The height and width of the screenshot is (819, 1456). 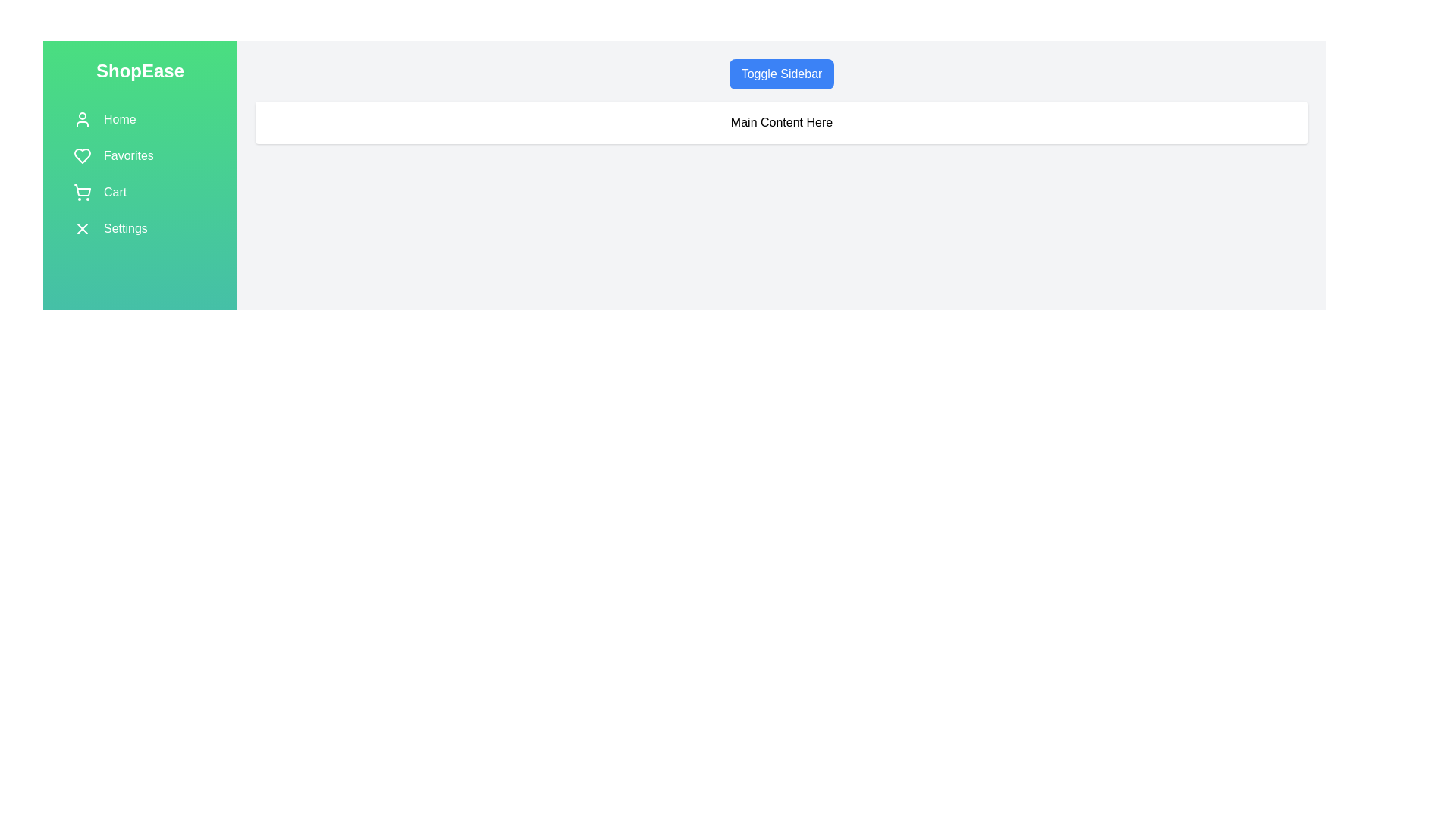 What do you see at coordinates (140, 228) in the screenshot?
I see `the 'Settings' menu item in the sidebar` at bounding box center [140, 228].